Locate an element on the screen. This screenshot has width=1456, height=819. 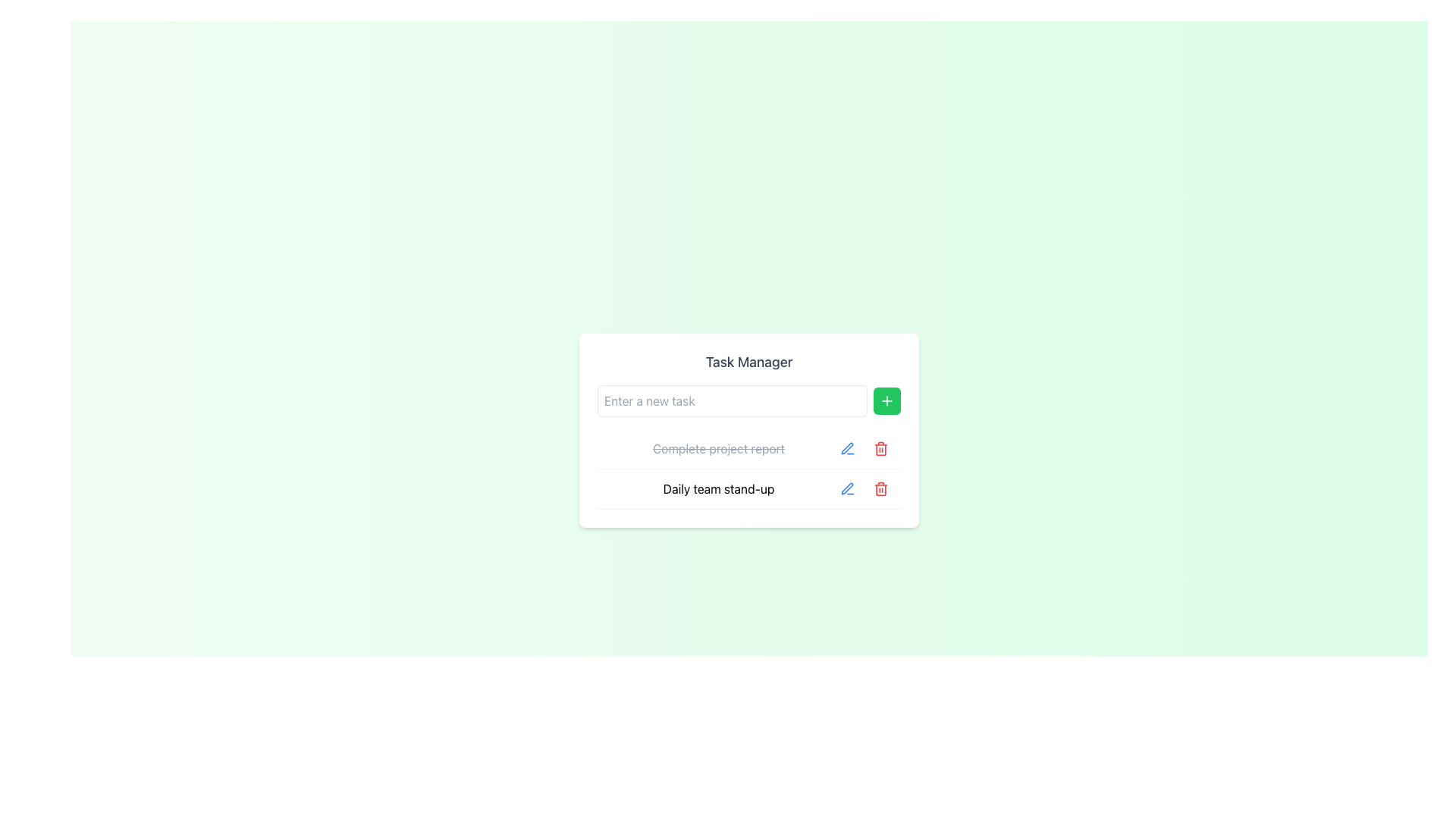
the red trash icon in the horizontal group of action buttons within the 'Daily team stand-up' row is located at coordinates (864, 488).